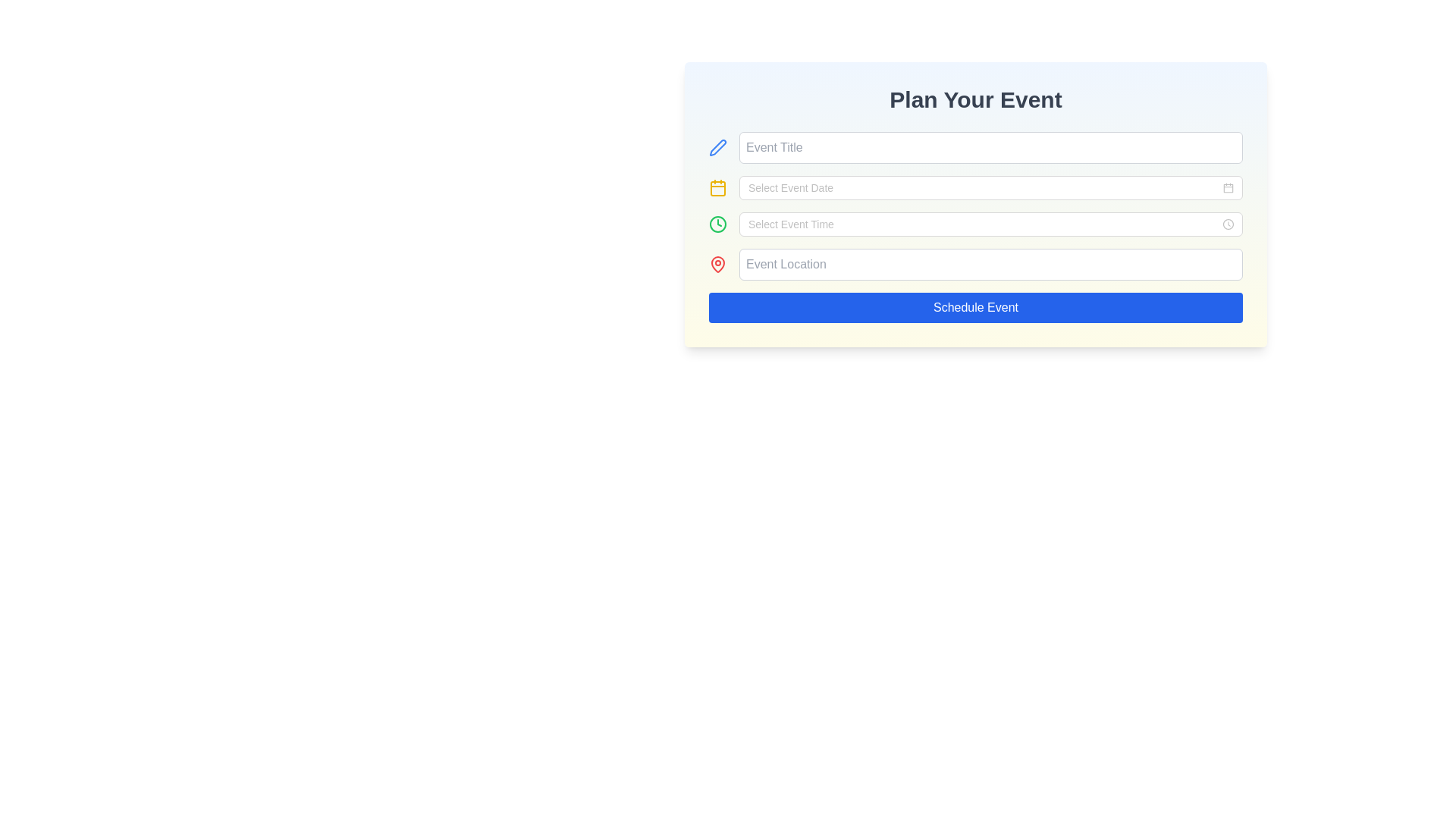 The width and height of the screenshot is (1456, 819). I want to click on the 'Schedule Event' button, so click(975, 307).